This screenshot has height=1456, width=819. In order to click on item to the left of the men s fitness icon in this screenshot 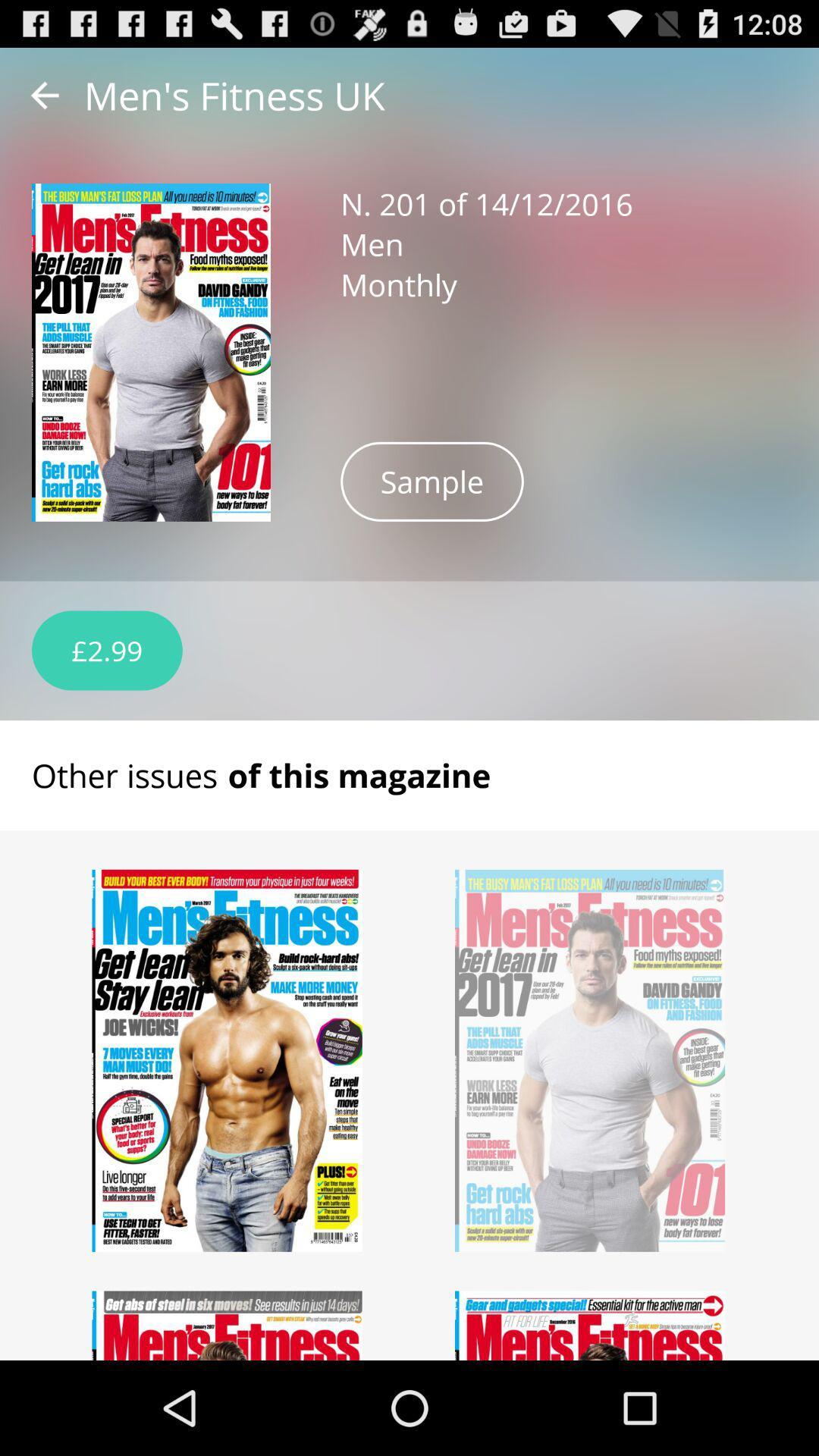, I will do `click(44, 94)`.